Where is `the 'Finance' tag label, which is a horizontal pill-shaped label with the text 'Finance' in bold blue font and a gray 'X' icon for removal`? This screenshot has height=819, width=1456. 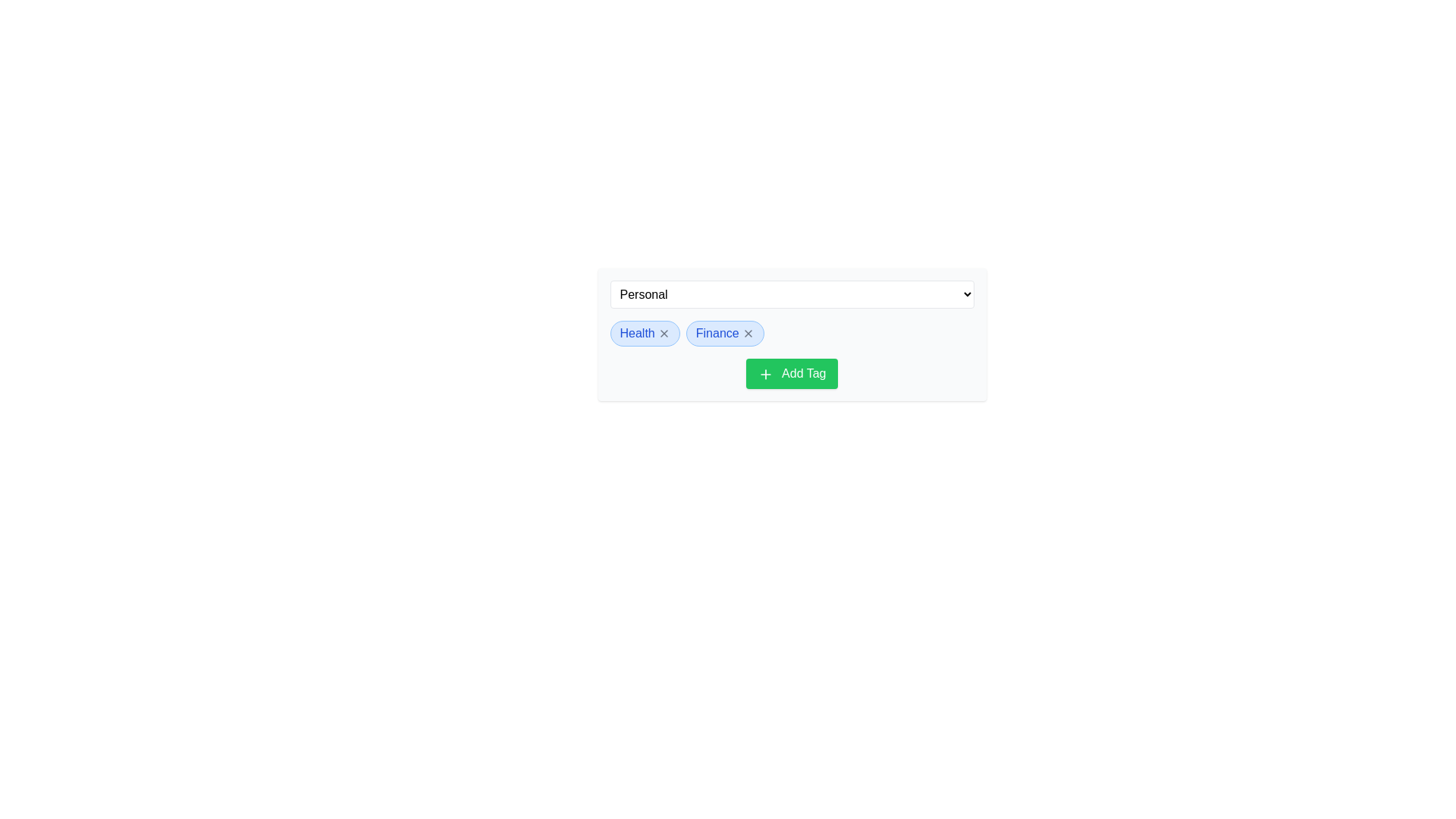 the 'Finance' tag label, which is a horizontal pill-shaped label with the text 'Finance' in bold blue font and a gray 'X' icon for removal is located at coordinates (724, 332).